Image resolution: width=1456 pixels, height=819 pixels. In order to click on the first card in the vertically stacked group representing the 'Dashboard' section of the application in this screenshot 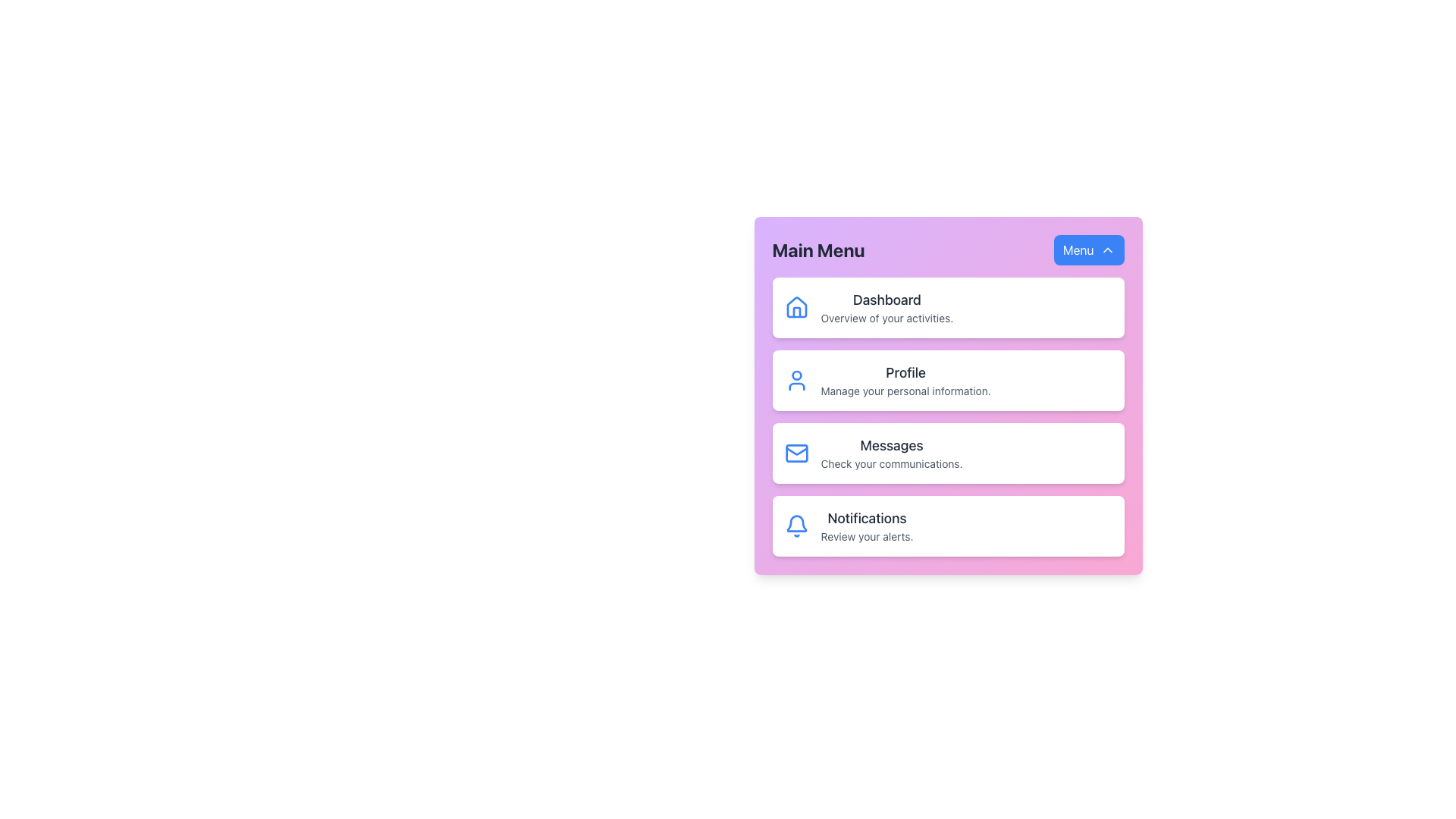, I will do `click(947, 307)`.